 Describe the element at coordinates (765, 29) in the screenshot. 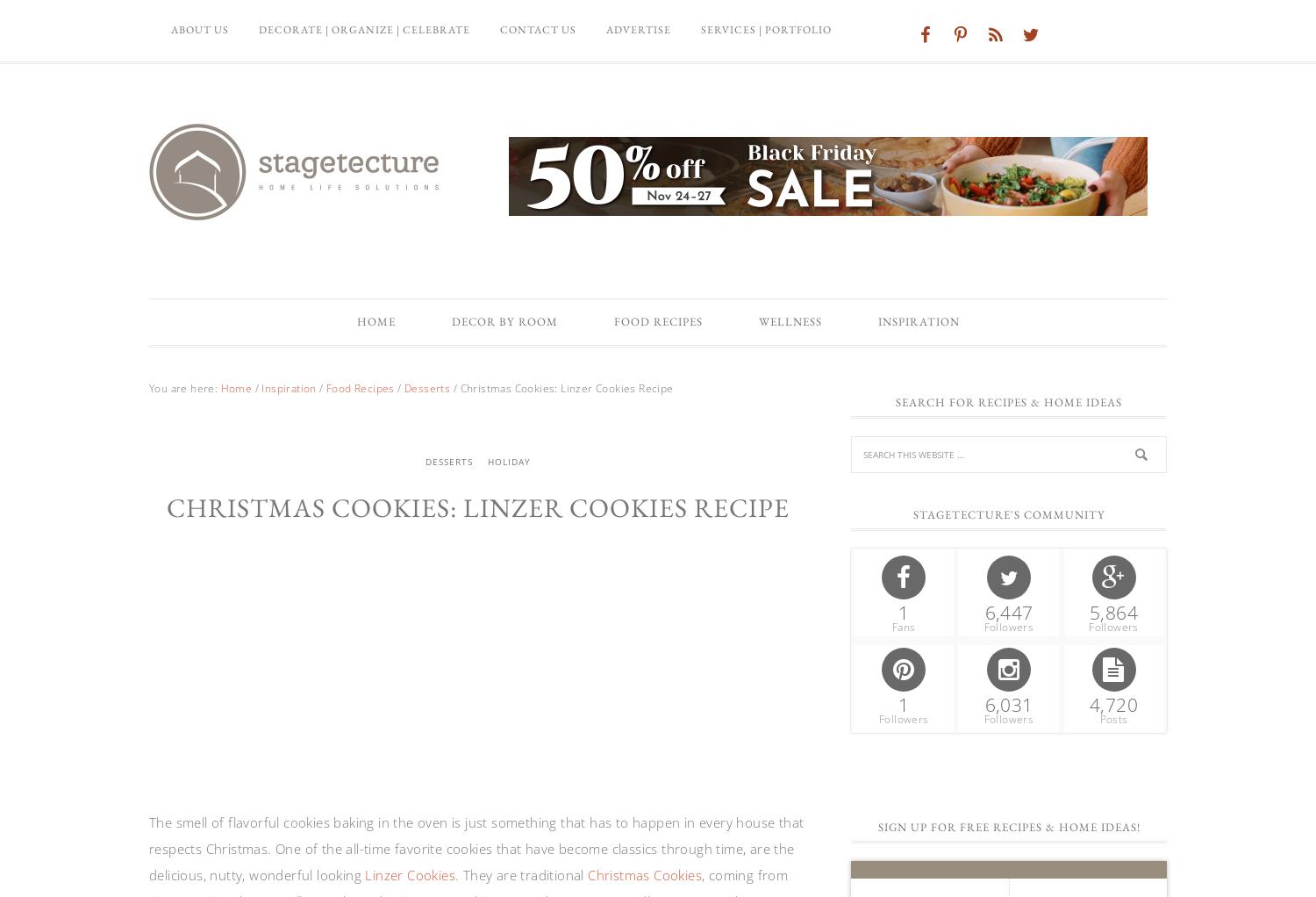

I see `'Services | Portfolio'` at that location.